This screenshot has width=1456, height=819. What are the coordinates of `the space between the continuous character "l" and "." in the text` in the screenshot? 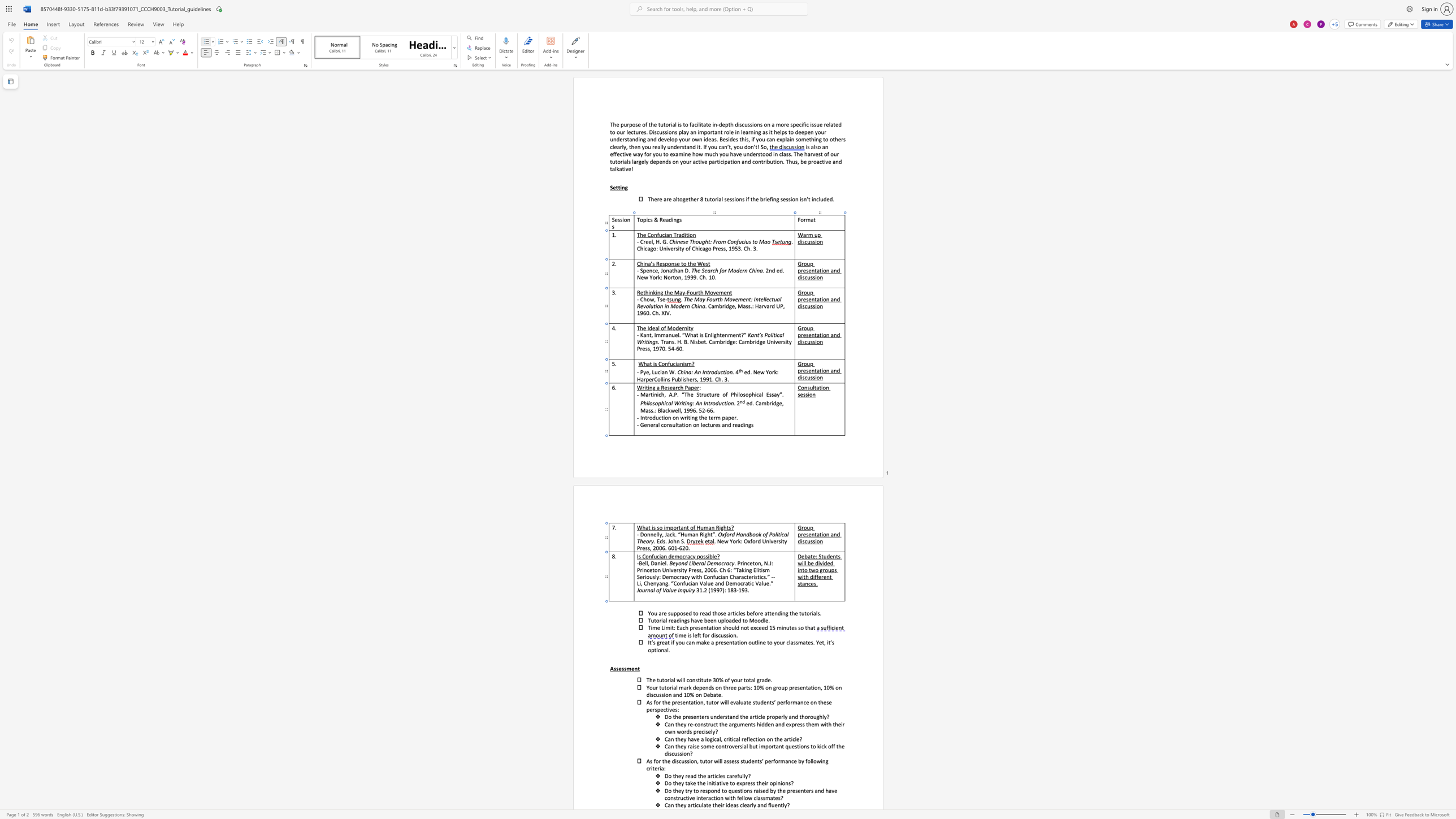 It's located at (669, 649).